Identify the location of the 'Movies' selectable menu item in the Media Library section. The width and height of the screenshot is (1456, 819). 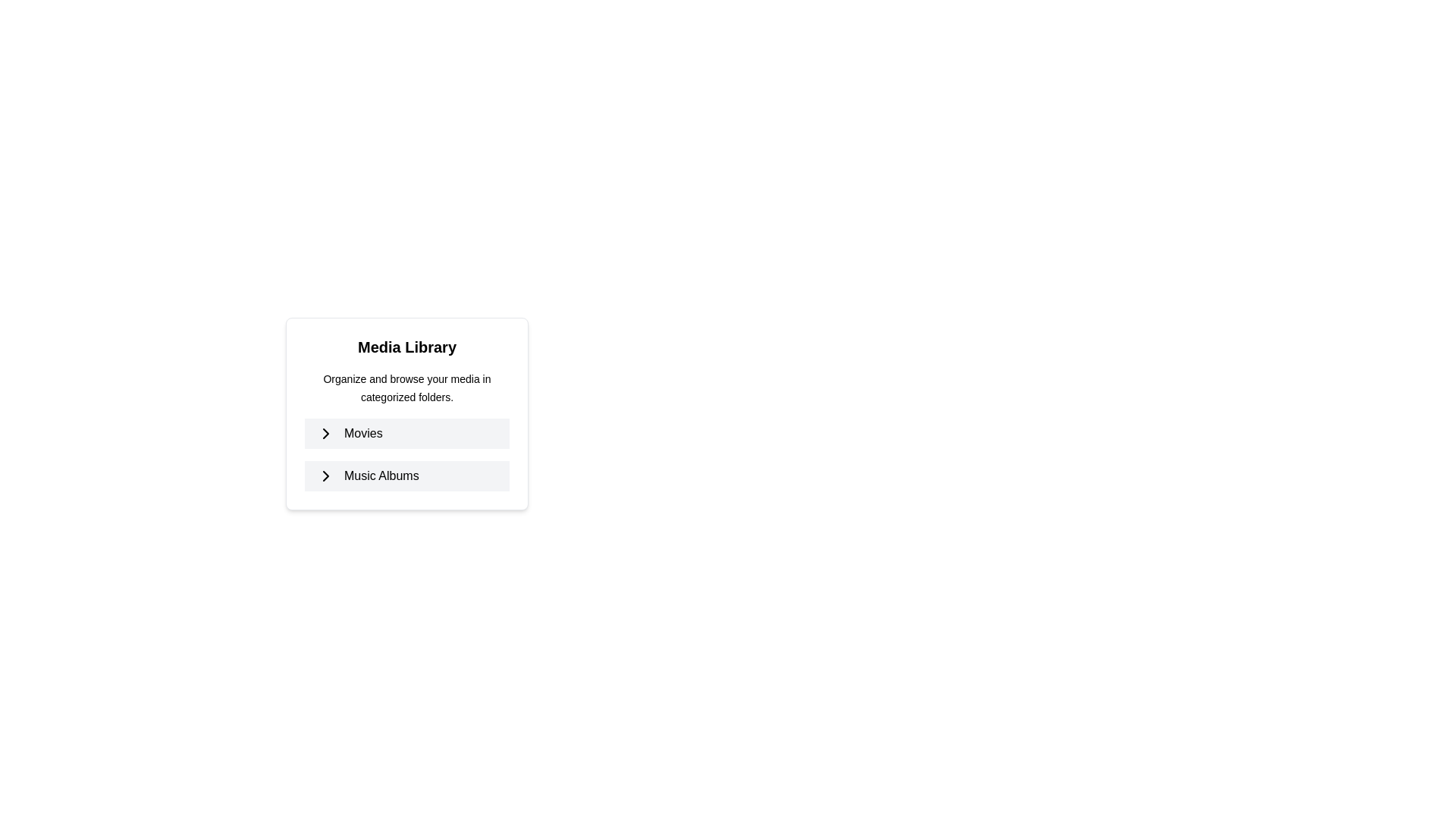
(407, 433).